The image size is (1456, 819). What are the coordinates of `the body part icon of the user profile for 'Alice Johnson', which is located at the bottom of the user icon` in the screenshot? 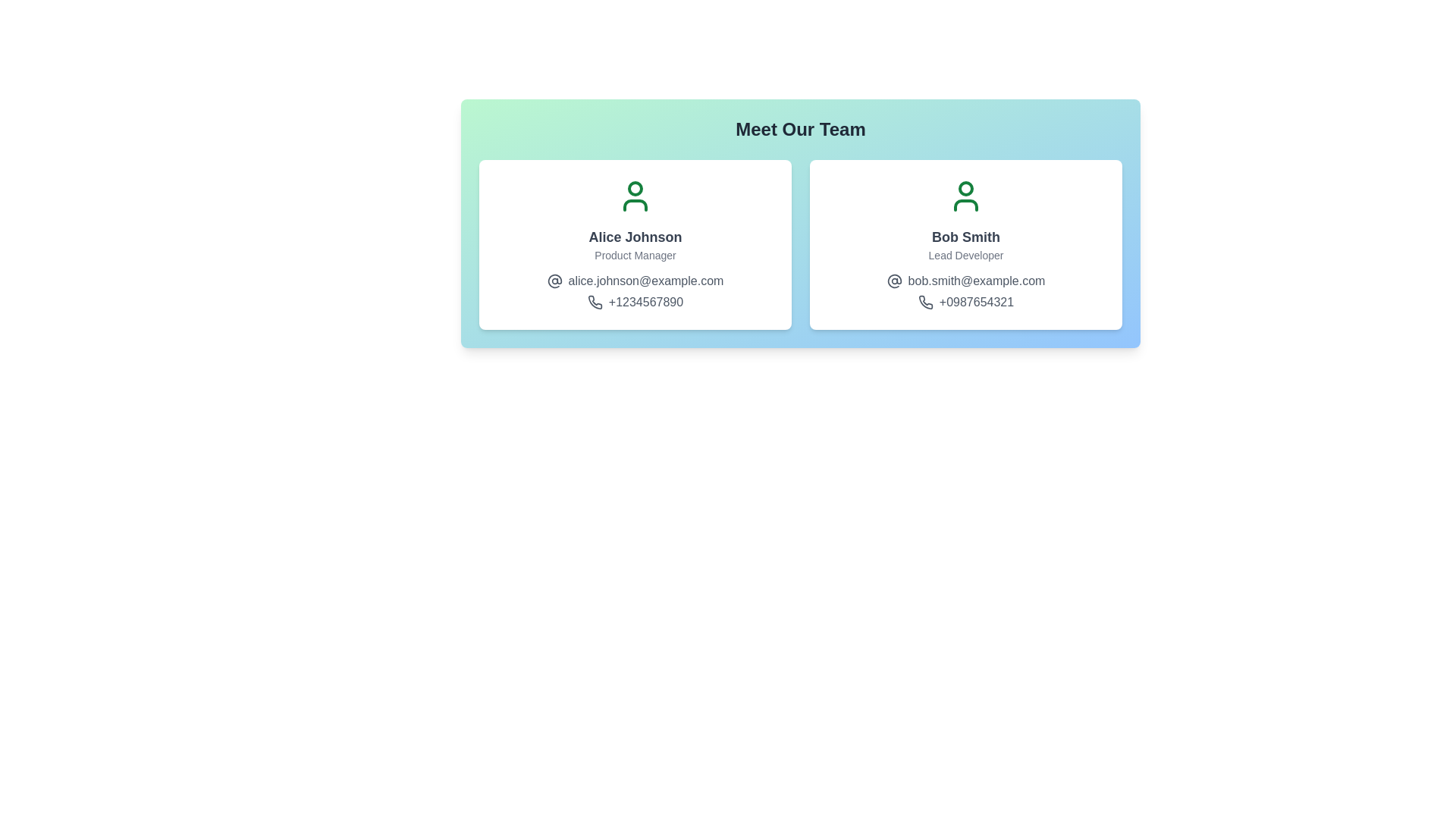 It's located at (635, 205).